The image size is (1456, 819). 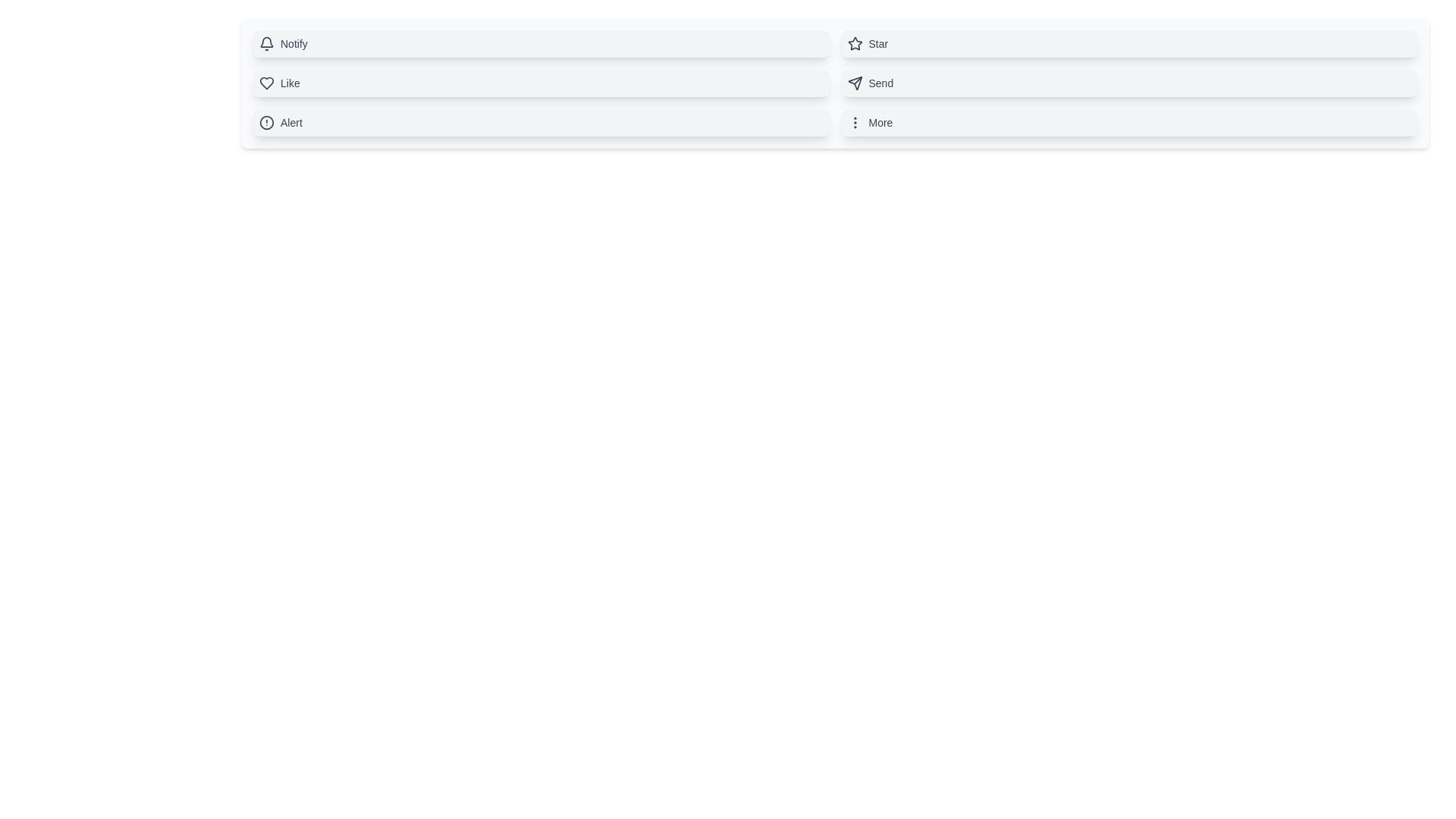 What do you see at coordinates (878, 42) in the screenshot?
I see `the text label displaying 'Star' located beside a star icon in the top right section of the interface` at bounding box center [878, 42].